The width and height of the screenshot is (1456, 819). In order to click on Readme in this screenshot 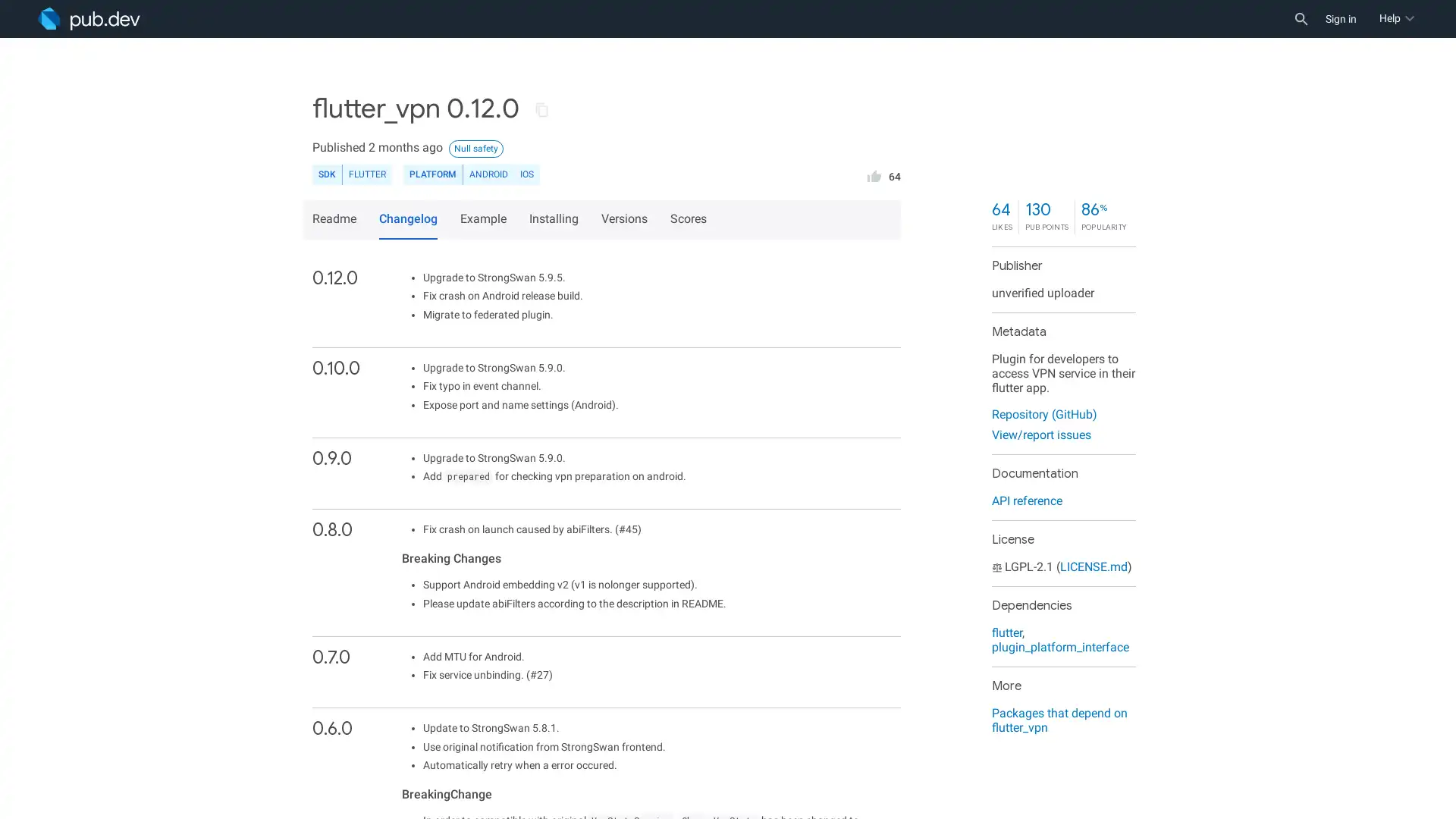, I will do `click(336, 219)`.